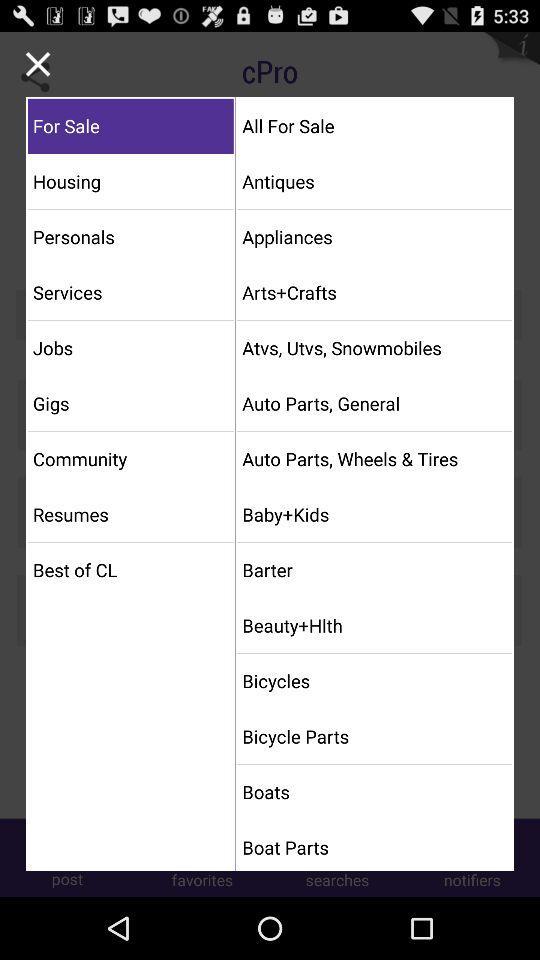 The height and width of the screenshot is (960, 540). I want to click on bicycle parts item, so click(374, 735).